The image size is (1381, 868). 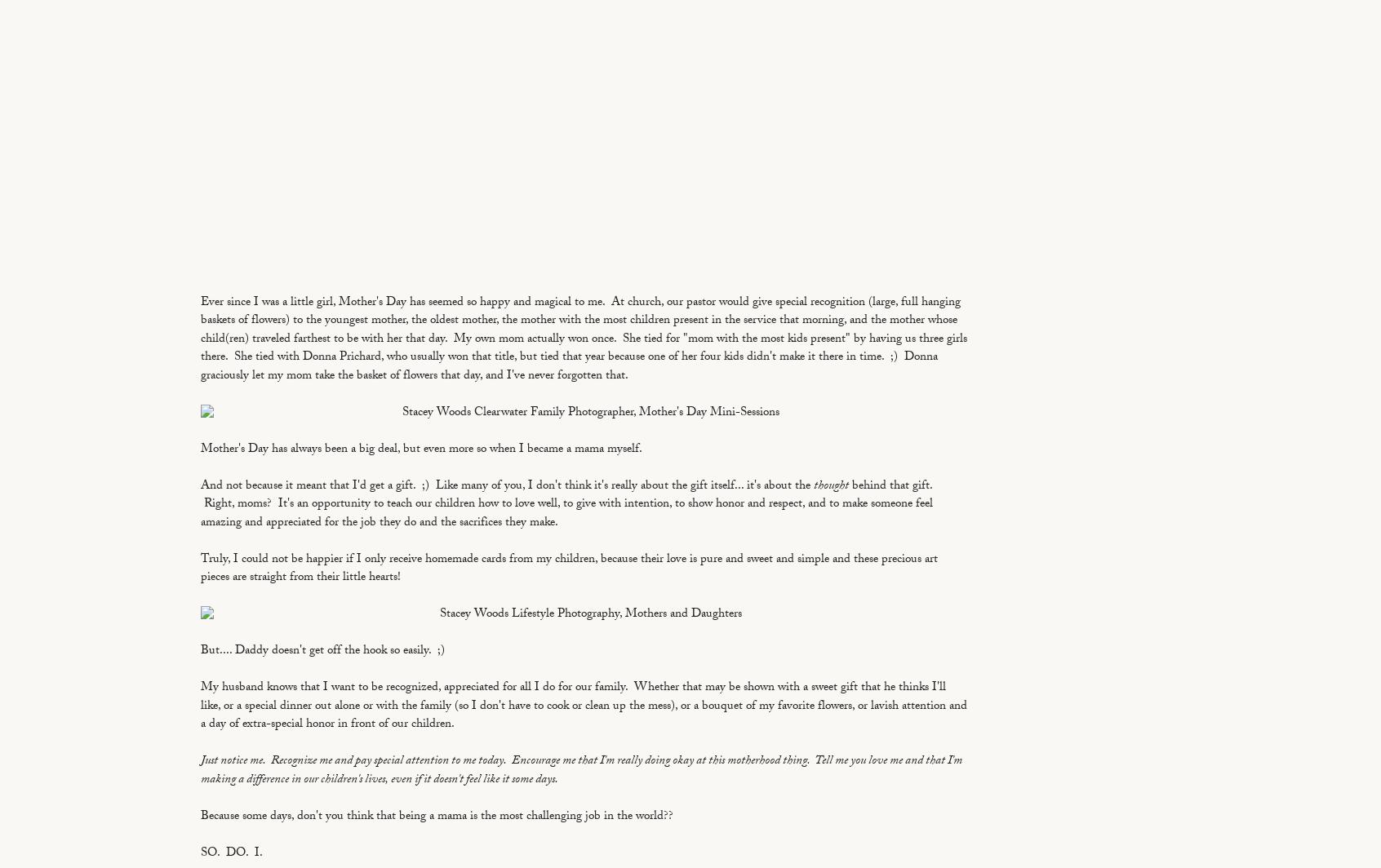 I want to click on 'Ever since I was a little girl, Mother's Day has seemed so happy and magical to me.  At church, our pastor would give special recognition (large, full hanging baskets of flowers) to the youngest mother, the oldest mother, the mother with the most children present in the service that morning, and the mother whose child(ren) traveled farthest to be with her that day.  My own mom actually won once.  She tied for "mom with the most kids present" by having us three girls there.  She tied with Donna Prichard, who usually won that title, but tied that year because one of her four kids didn't make it there in time.  ;)  Donna graciously let my mom take the basket of flowers that day, and I've never forgotten that.', so click(x=583, y=339).